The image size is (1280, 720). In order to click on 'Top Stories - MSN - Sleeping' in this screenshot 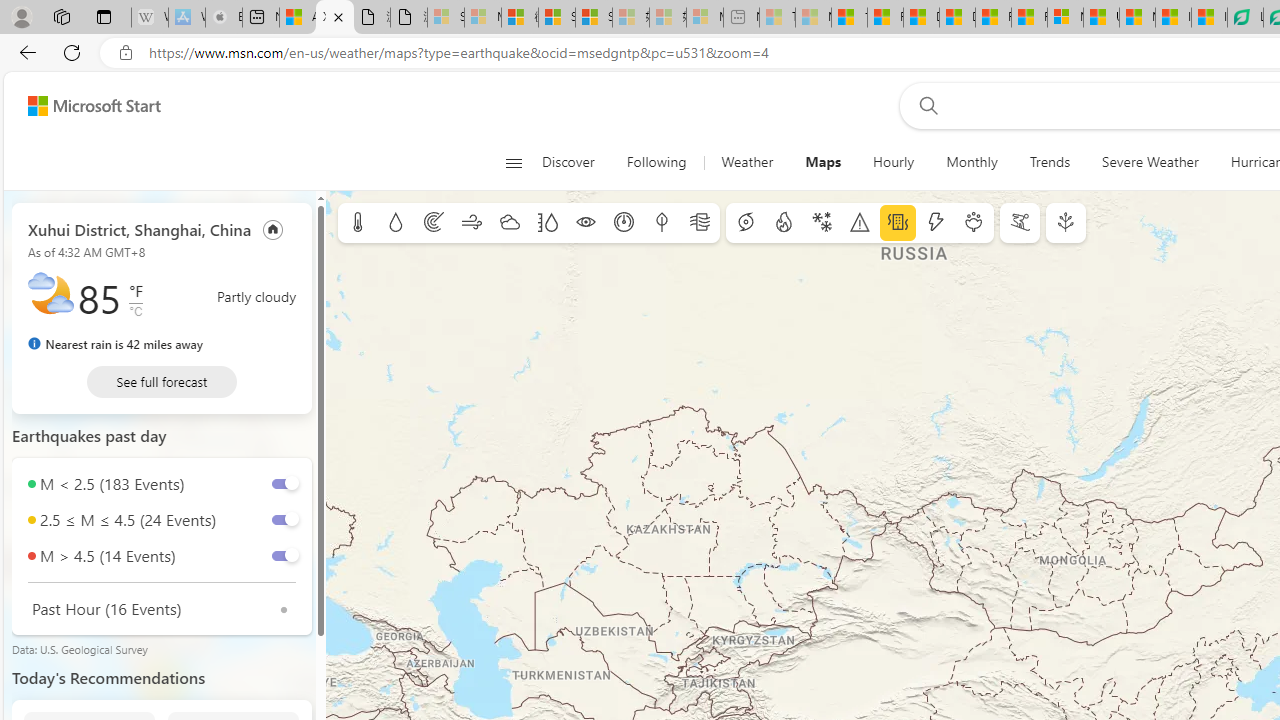, I will do `click(776, 17)`.